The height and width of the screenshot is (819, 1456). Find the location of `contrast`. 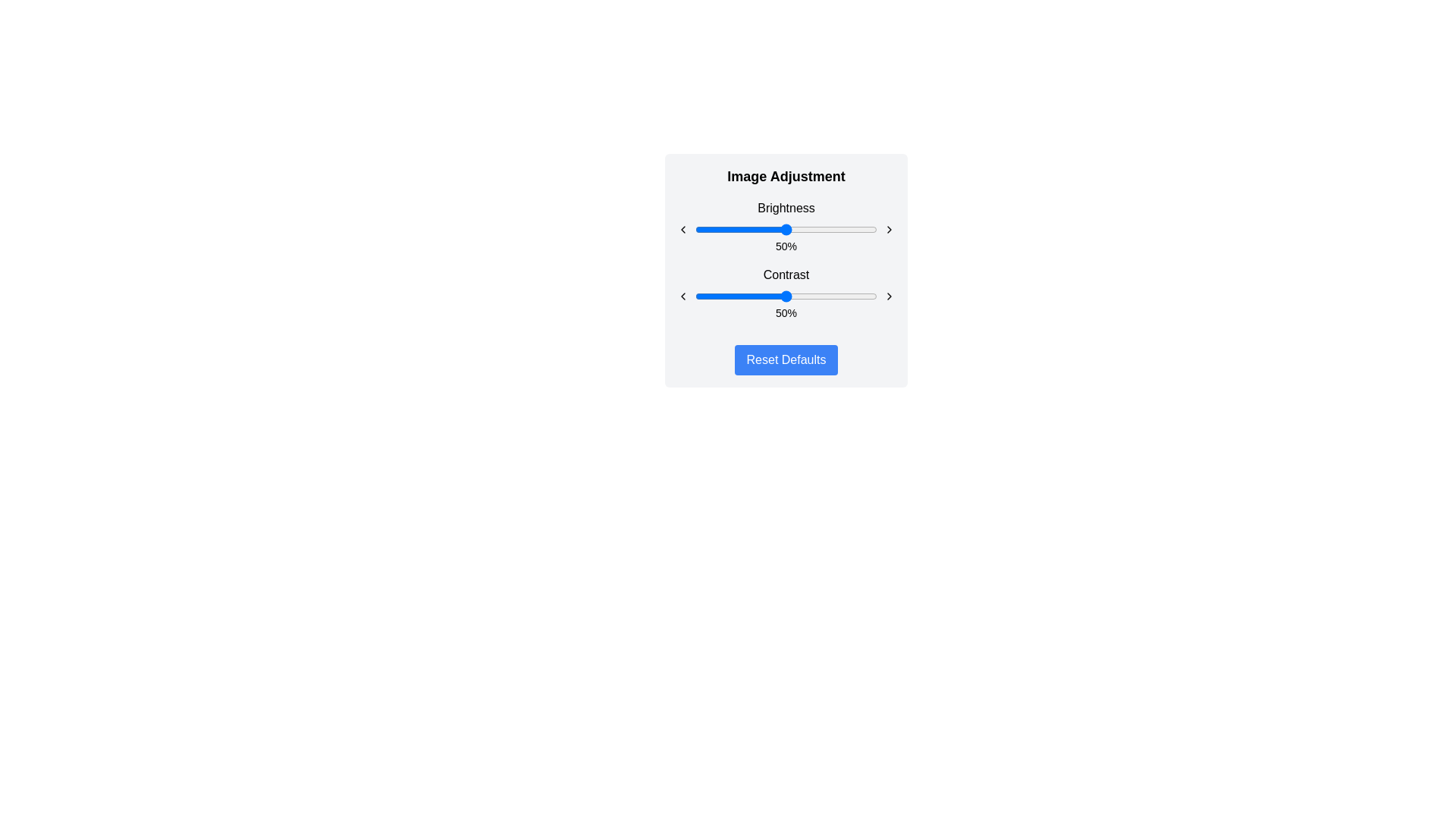

contrast is located at coordinates (825, 296).